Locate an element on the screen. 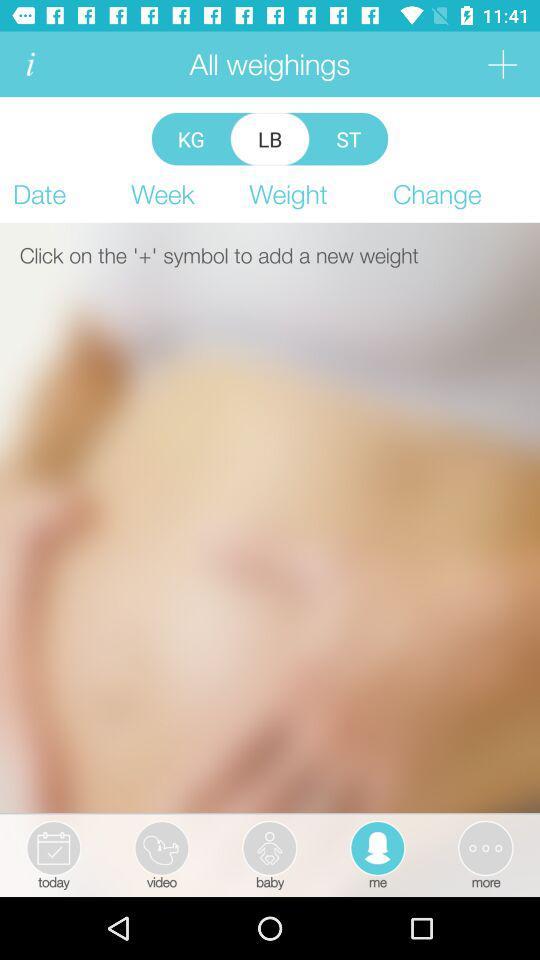 Image resolution: width=540 pixels, height=960 pixels. item next to lb icon is located at coordinates (191, 138).